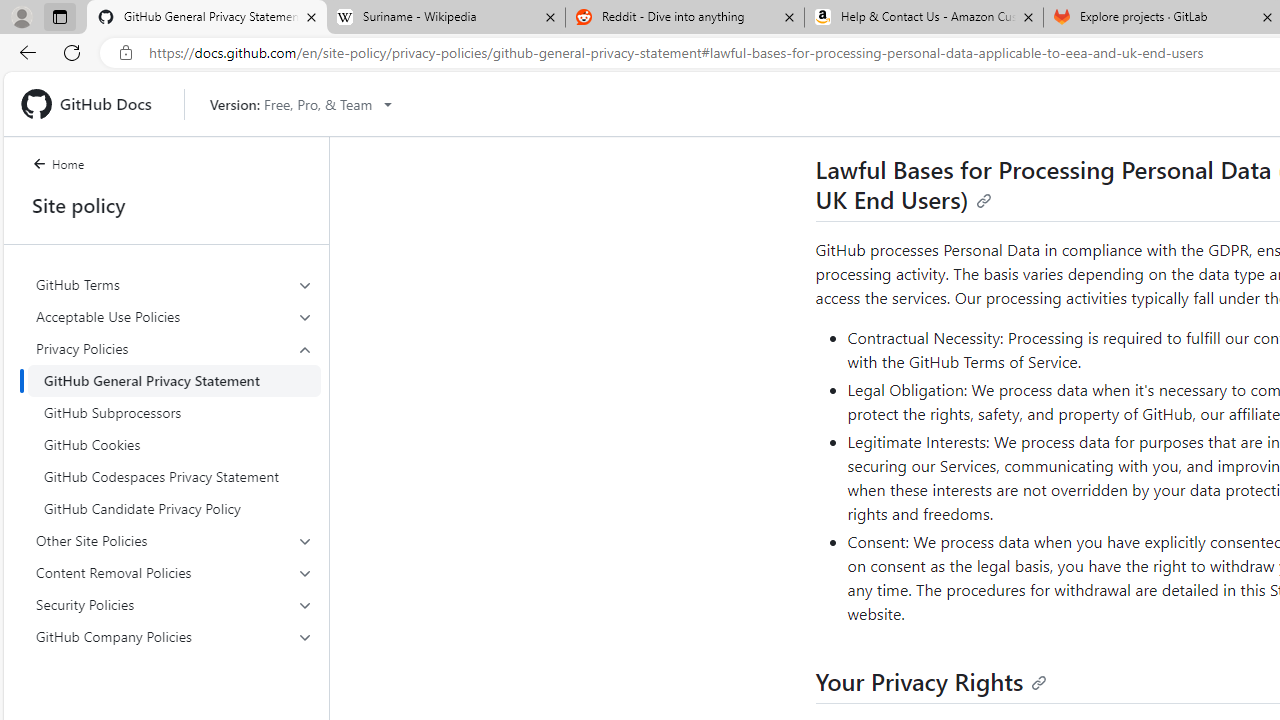  Describe the element at coordinates (174, 411) in the screenshot. I see `'GitHub Subprocessors'` at that location.